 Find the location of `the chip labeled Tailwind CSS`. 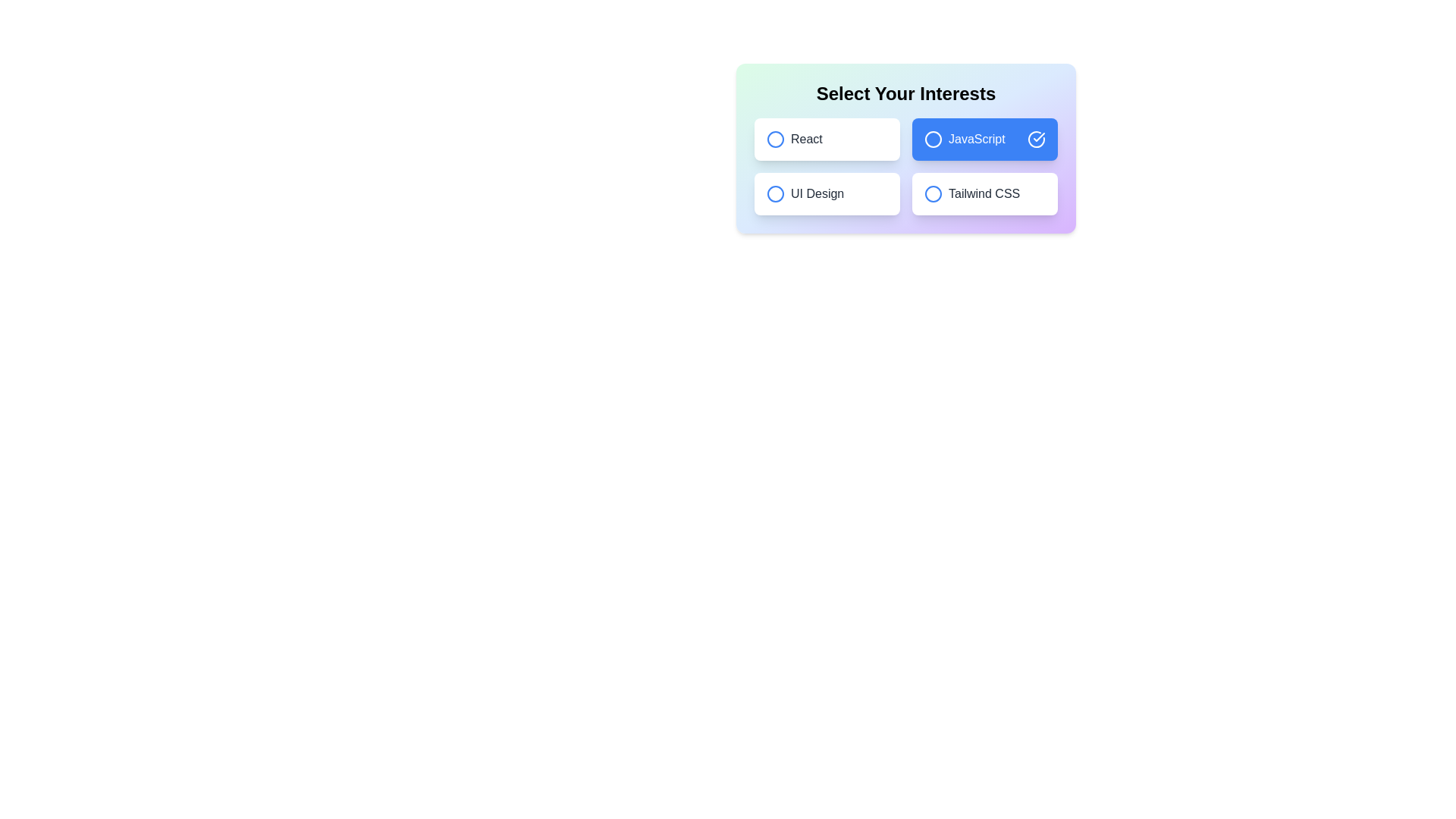

the chip labeled Tailwind CSS is located at coordinates (985, 193).